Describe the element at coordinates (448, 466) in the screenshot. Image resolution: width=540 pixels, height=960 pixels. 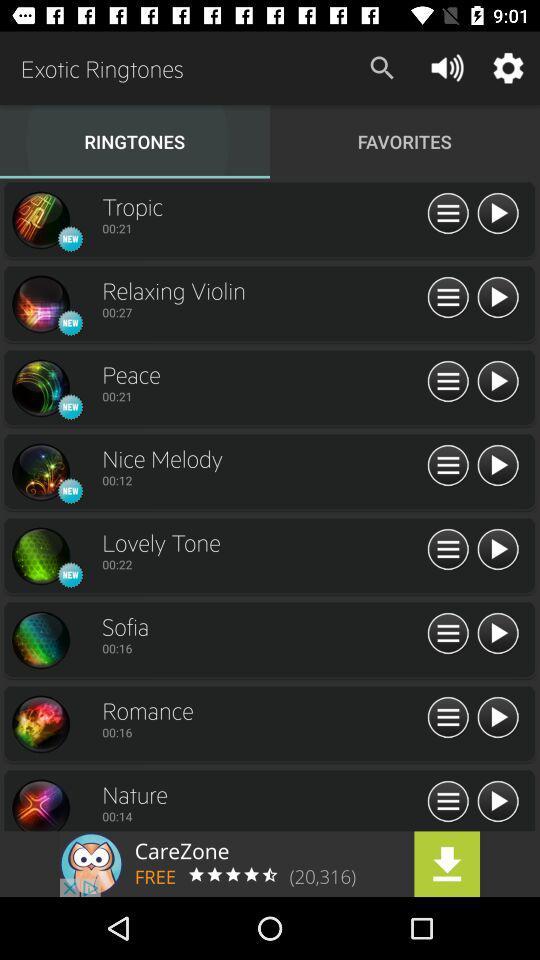
I see `new playlist` at that location.